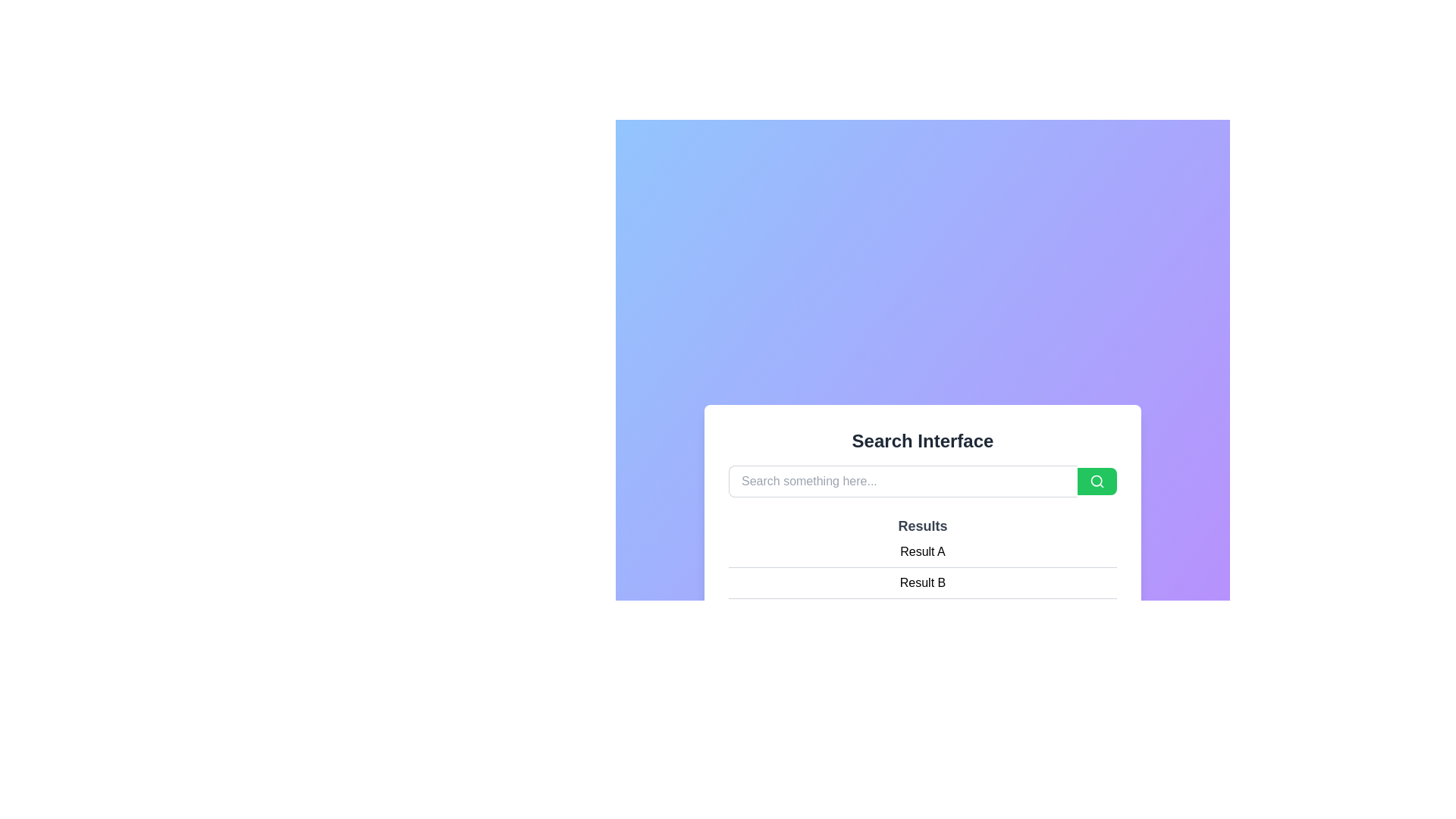 This screenshot has height=819, width=1456. Describe the element at coordinates (922, 526) in the screenshot. I see `the Text Label that denotes the results section, positioned above 'Result A', 'Result B', and 'Result C'` at that location.